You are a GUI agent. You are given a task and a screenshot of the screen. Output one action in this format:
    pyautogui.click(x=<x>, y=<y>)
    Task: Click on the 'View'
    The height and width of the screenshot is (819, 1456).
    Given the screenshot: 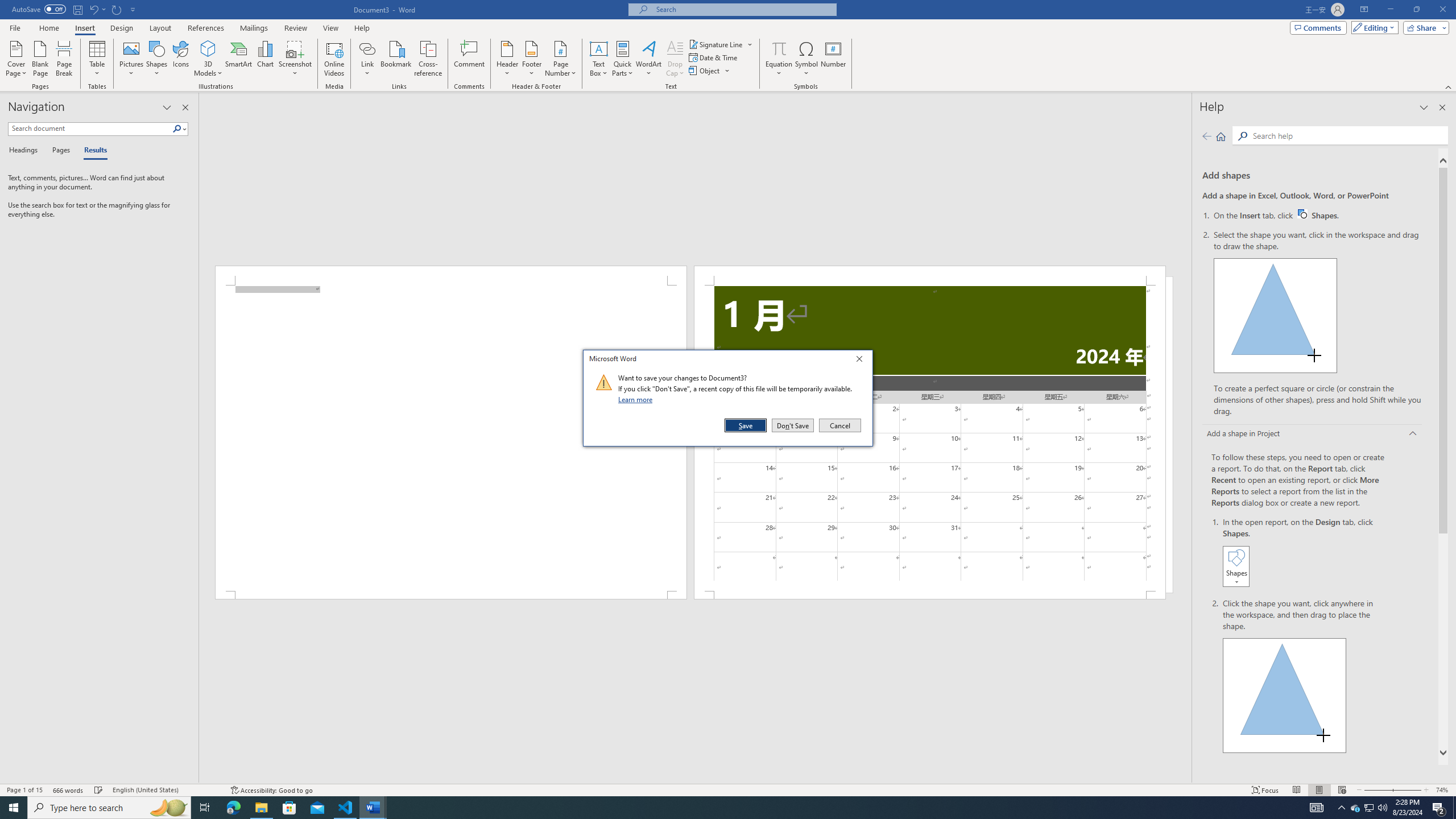 What is the action you would take?
    pyautogui.click(x=331, y=28)
    